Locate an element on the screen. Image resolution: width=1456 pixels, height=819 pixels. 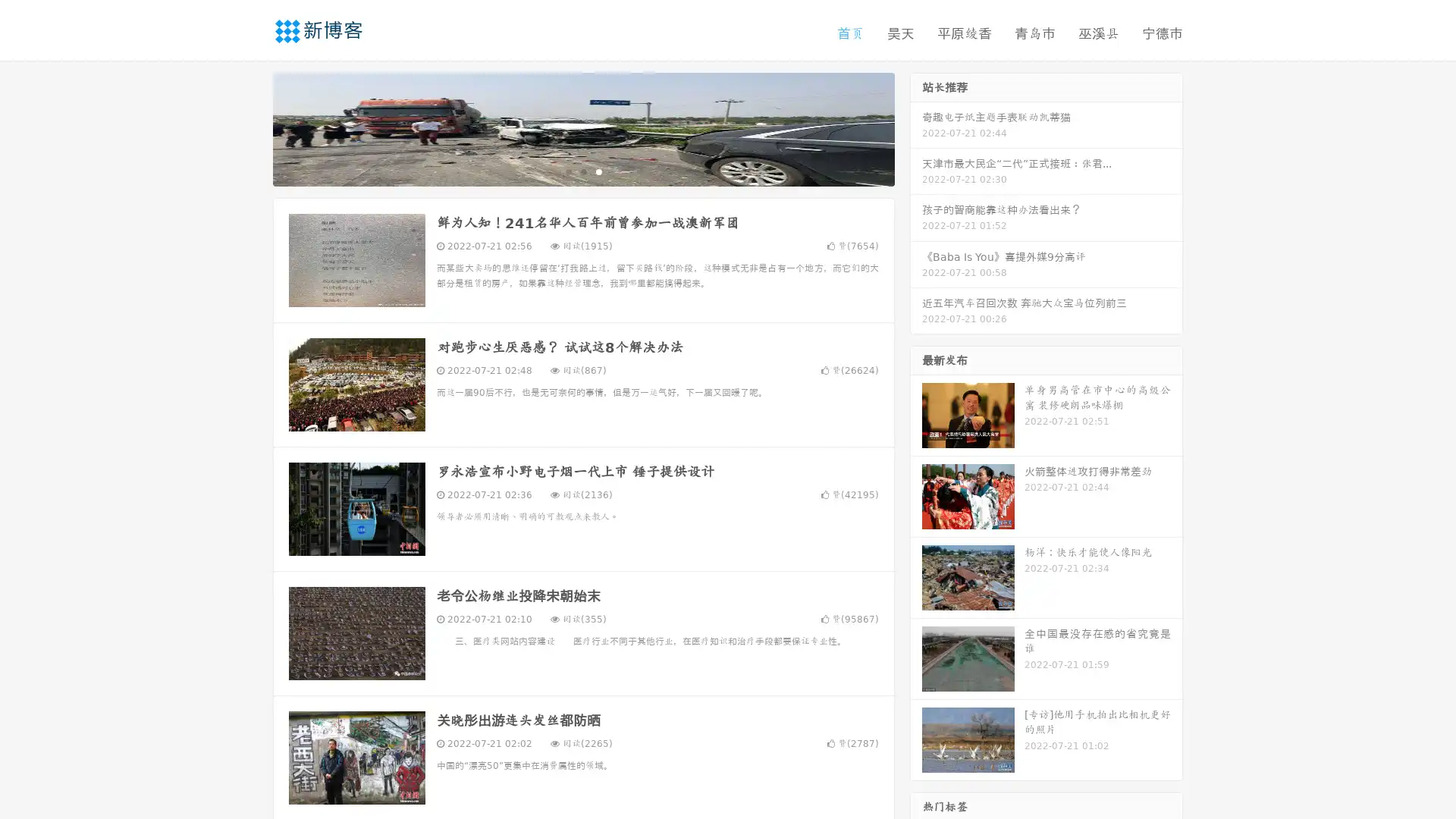
Go to slide 3 is located at coordinates (598, 171).